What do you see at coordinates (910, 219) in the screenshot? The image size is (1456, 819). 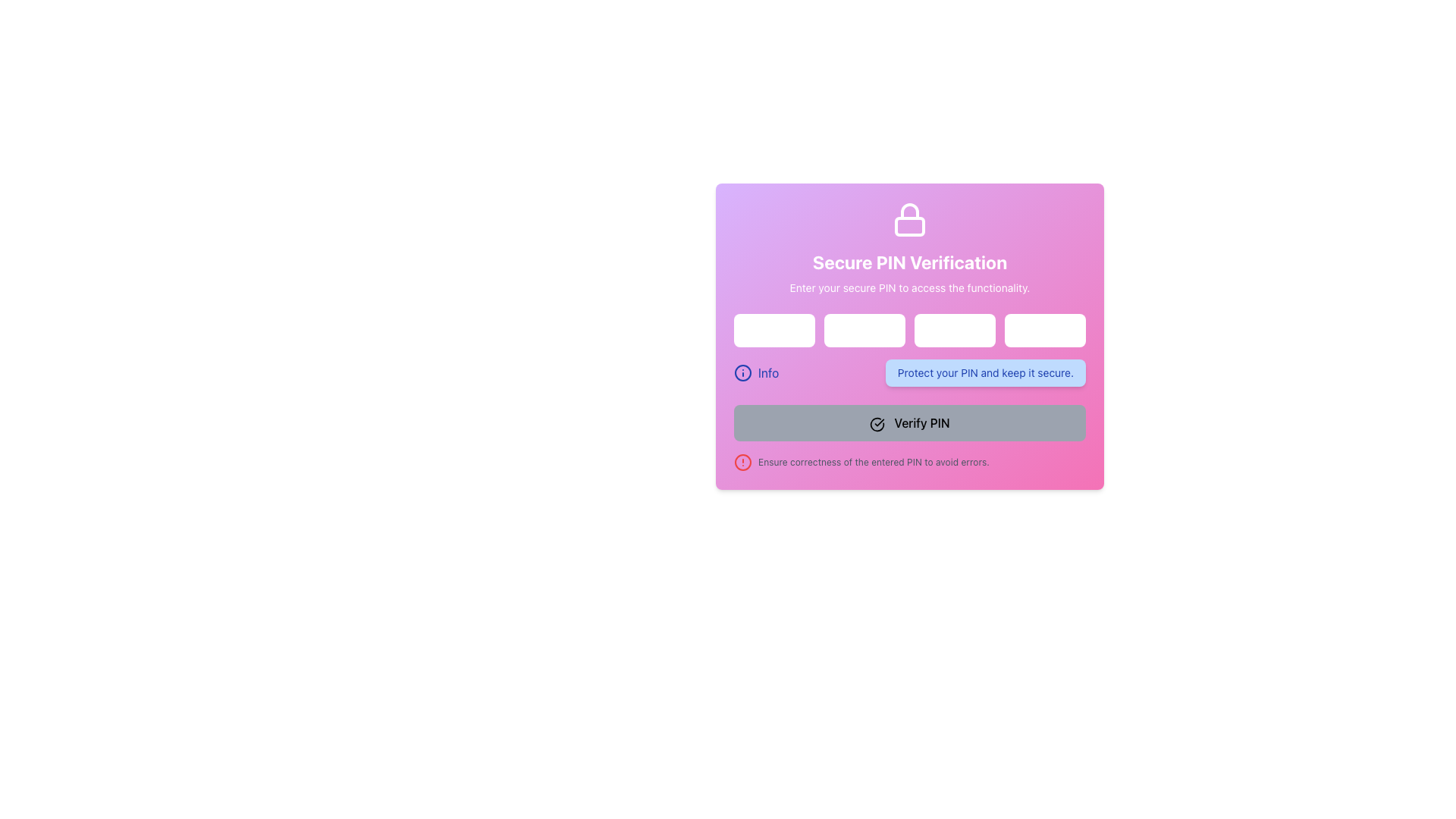 I see `the lock icon, which is styled in white and positioned above the 'Secure PIN Verification' text at the top-center of the card layout` at bounding box center [910, 219].